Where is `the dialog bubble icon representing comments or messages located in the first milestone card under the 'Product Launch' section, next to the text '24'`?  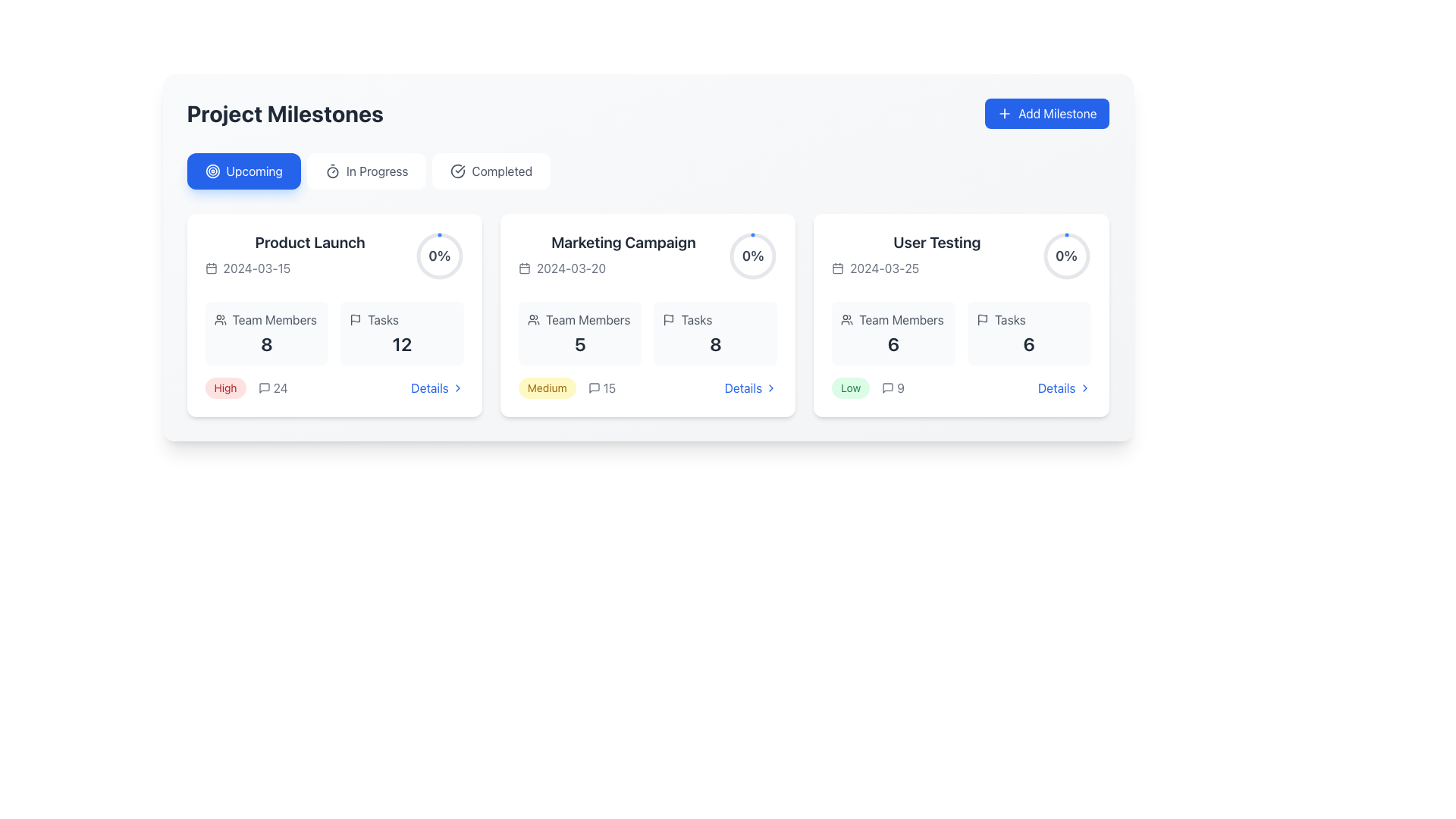
the dialog bubble icon representing comments or messages located in the first milestone card under the 'Product Launch' section, next to the text '24' is located at coordinates (264, 388).